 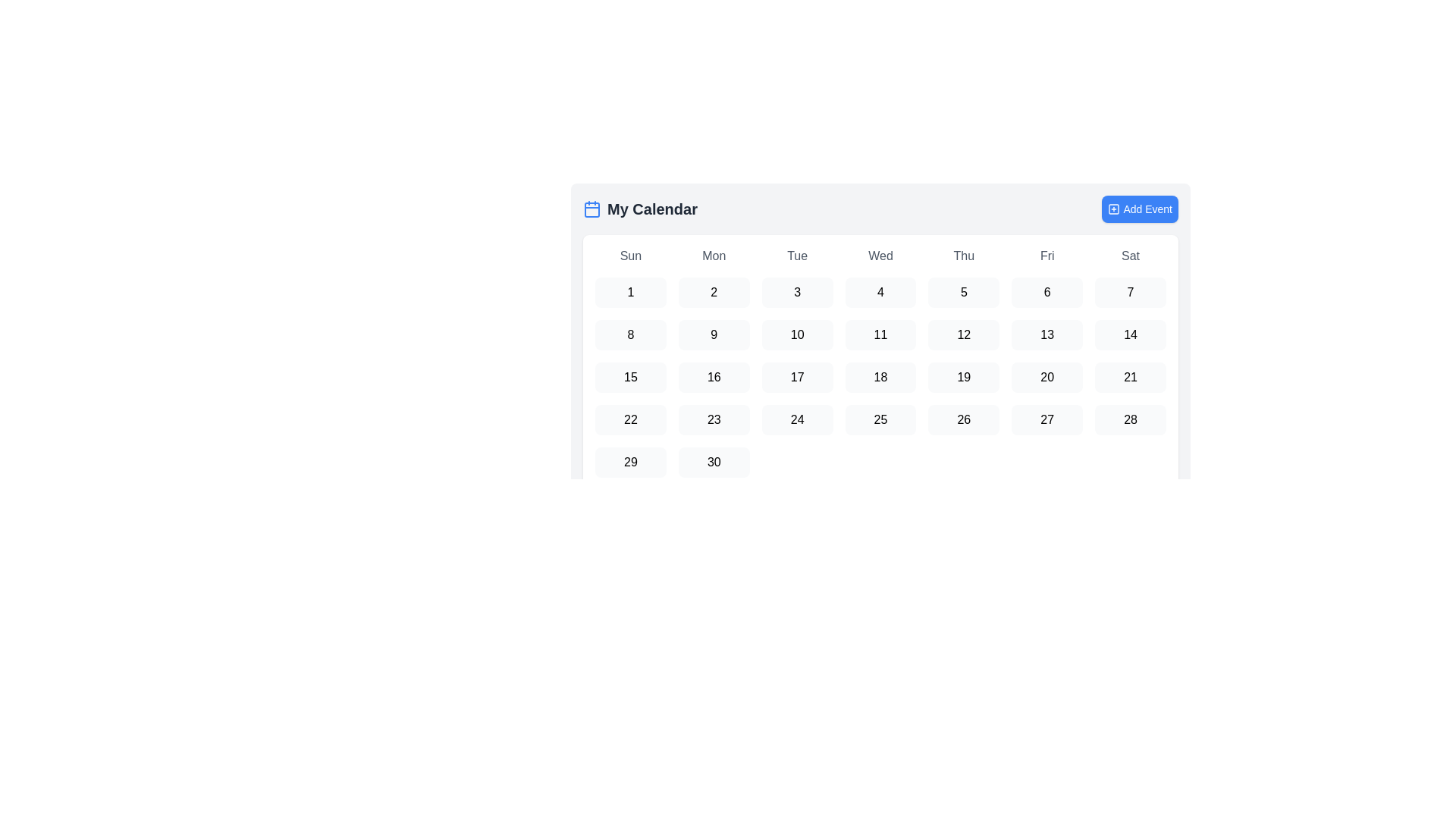 What do you see at coordinates (880, 376) in the screenshot?
I see `to select the date '18' in the fourth column of the fourth row of the monthly calendar interface` at bounding box center [880, 376].